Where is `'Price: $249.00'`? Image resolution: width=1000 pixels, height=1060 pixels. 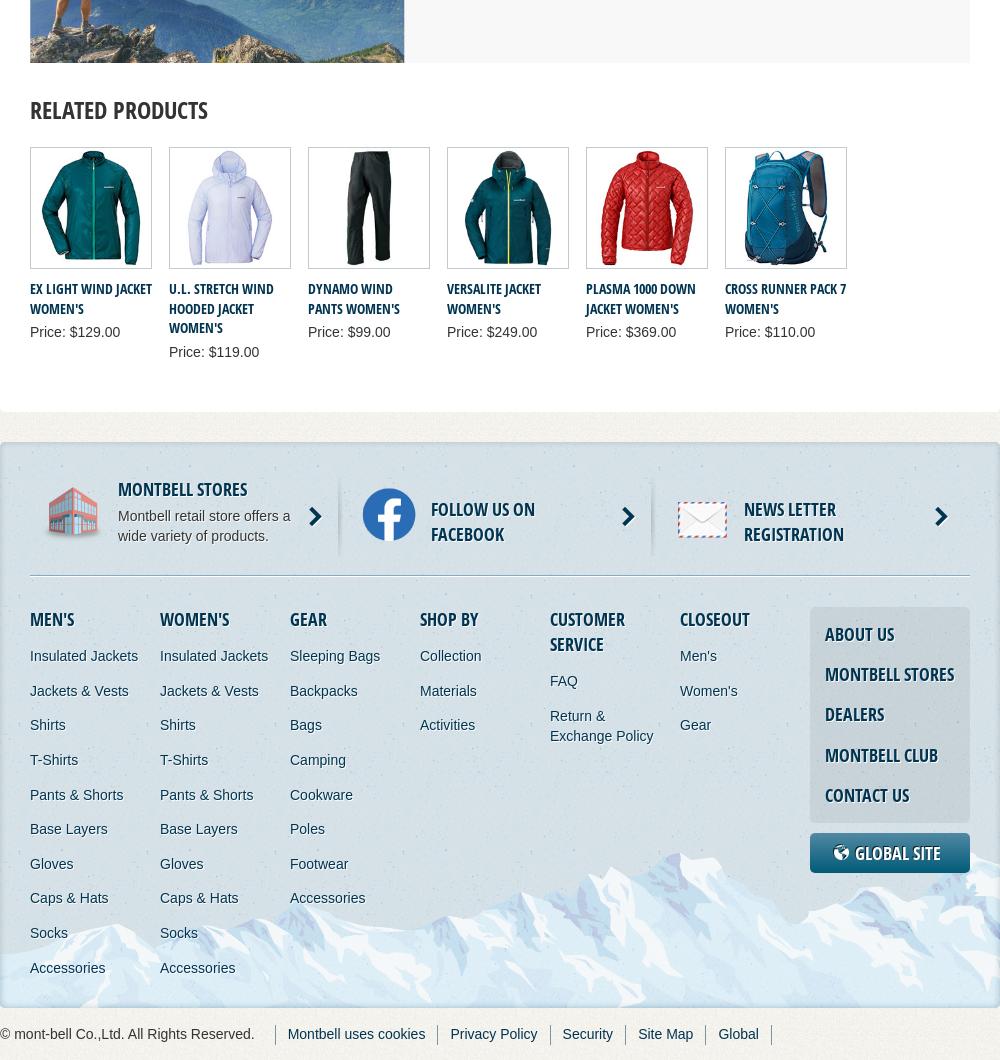
'Price: $249.00' is located at coordinates (491, 331).